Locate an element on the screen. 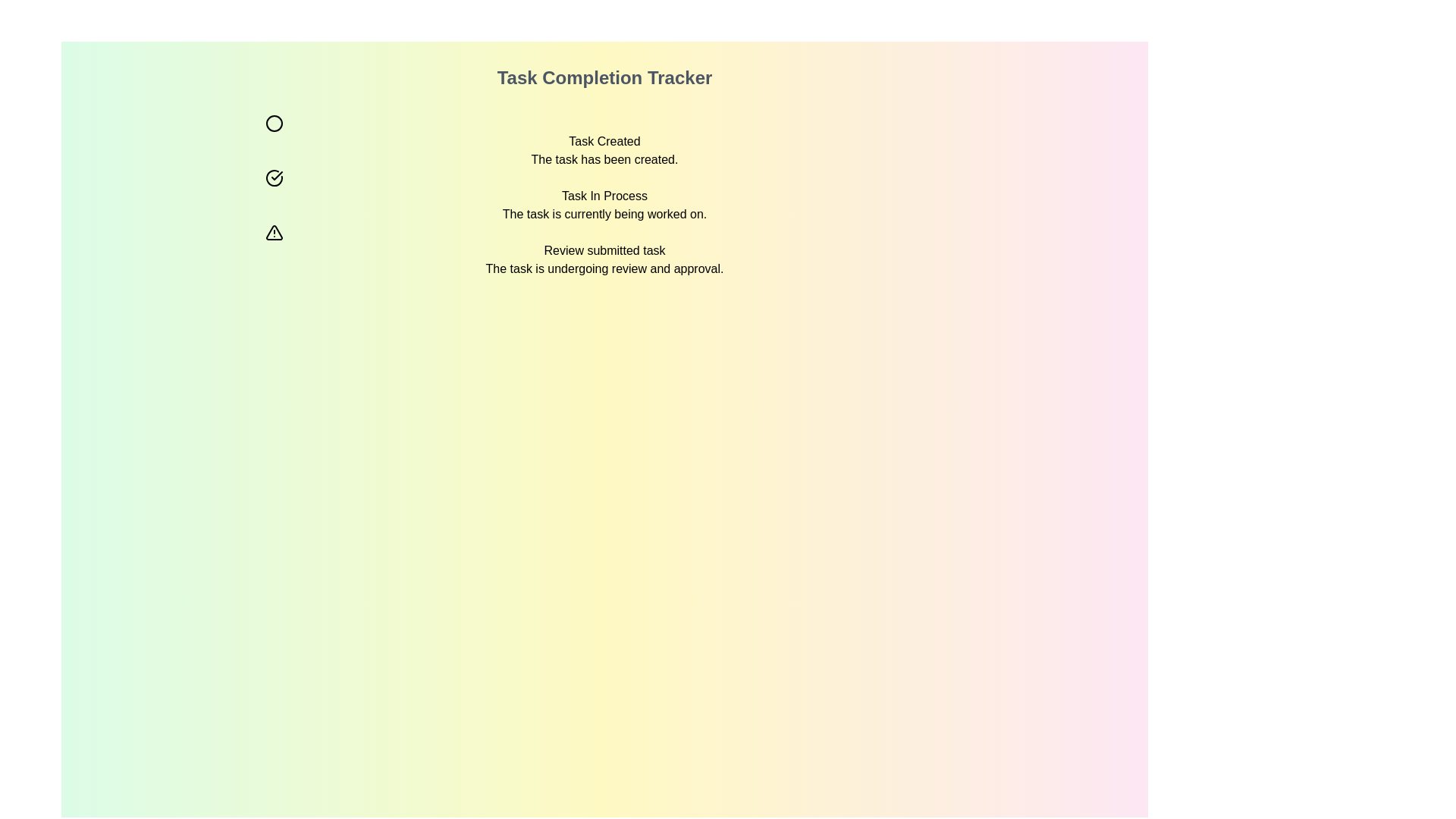  the hollow circle icon with a black stroke, located next to the 'Task Created' section header, which serves as a visual indicator for task status is located at coordinates (274, 122).